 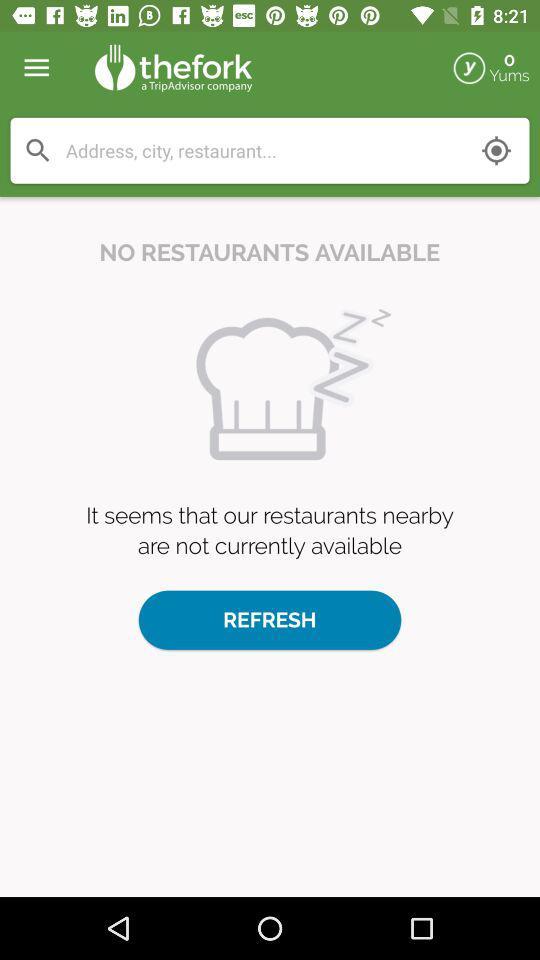 I want to click on mark my location, so click(x=495, y=149).